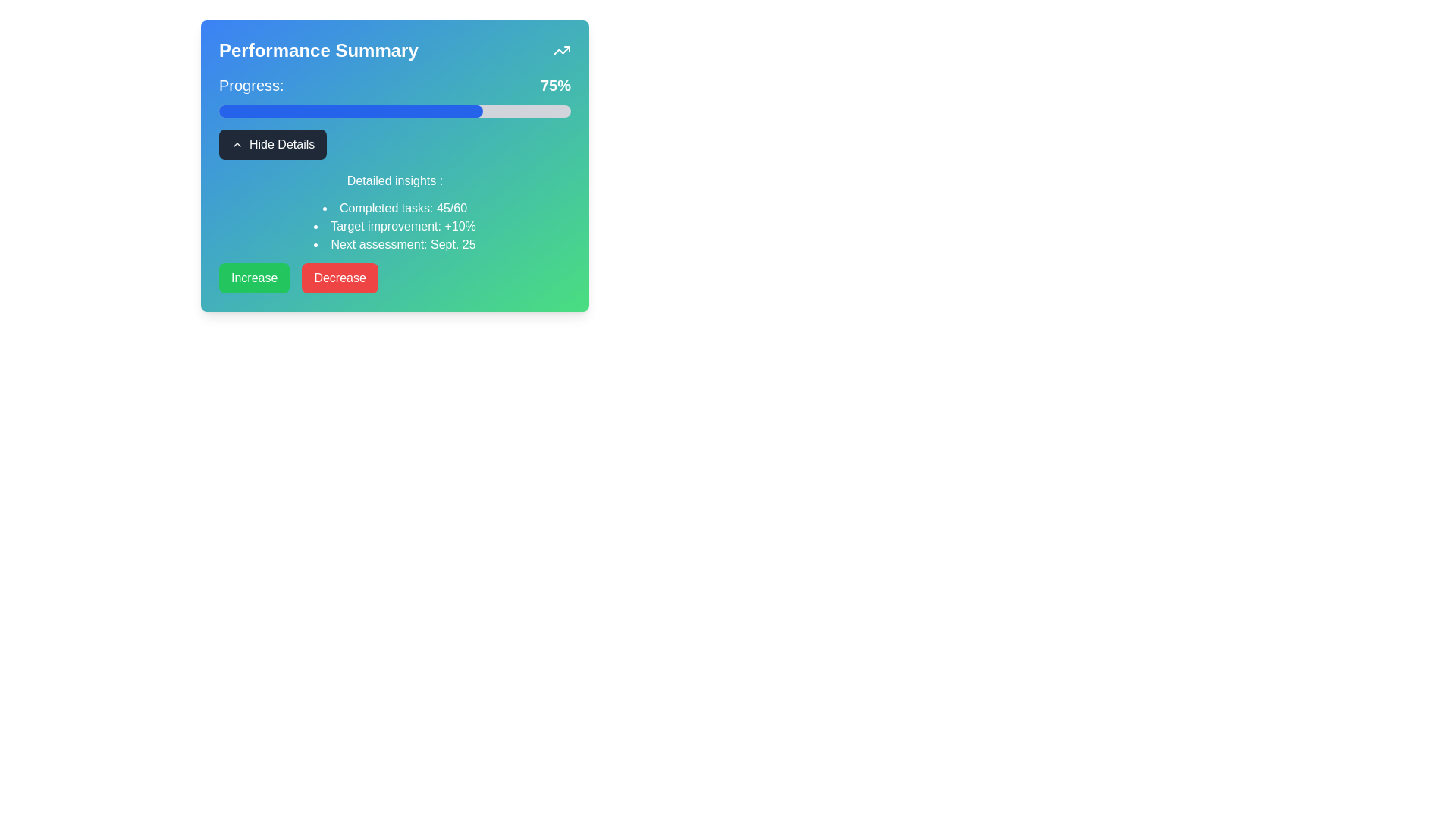 The height and width of the screenshot is (819, 1456). What do you see at coordinates (273, 145) in the screenshot?
I see `the 'Hide Details' button which is a rectangular button with a dark background and white text, featuring a left-aligned upward chevron icon, located centrally below the progress bar and above the 'Detailed insights' section` at bounding box center [273, 145].